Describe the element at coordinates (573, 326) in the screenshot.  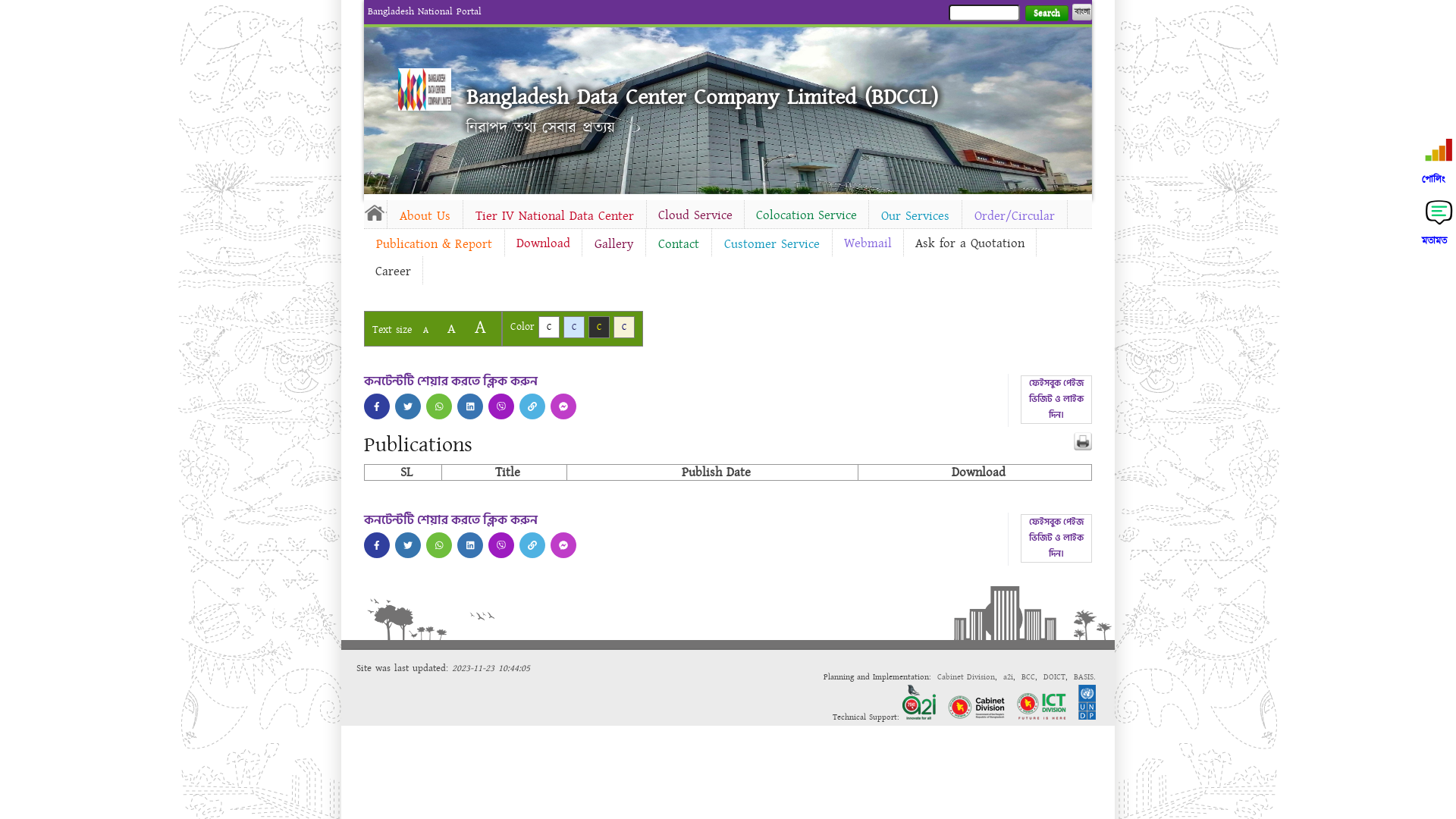
I see `'C'` at that location.